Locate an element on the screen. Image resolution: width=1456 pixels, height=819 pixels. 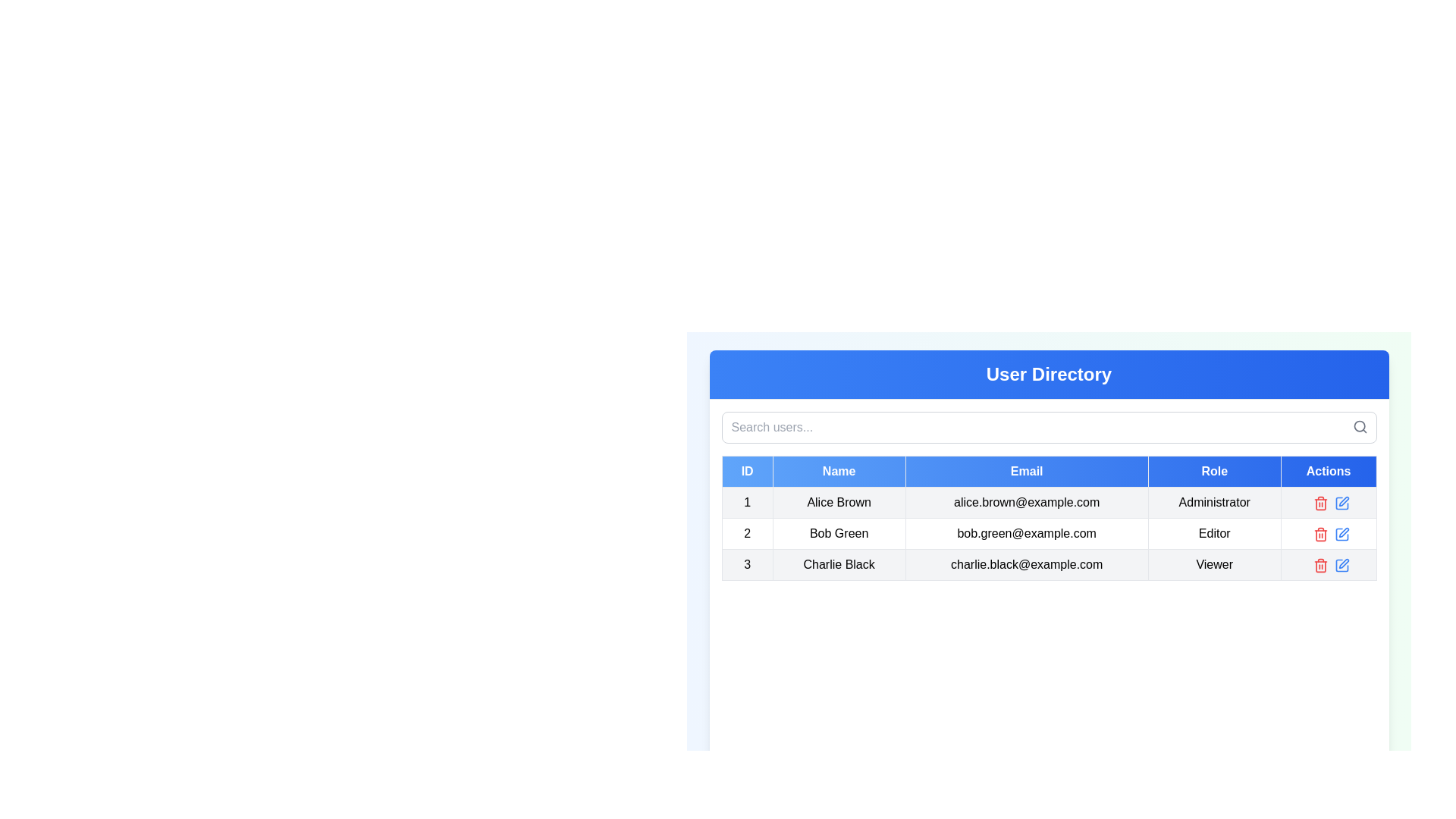
the 'Edit' icon button resembling a pen inside a square, located in the 'Actions' column of the third row of the user data table is located at coordinates (1342, 503).